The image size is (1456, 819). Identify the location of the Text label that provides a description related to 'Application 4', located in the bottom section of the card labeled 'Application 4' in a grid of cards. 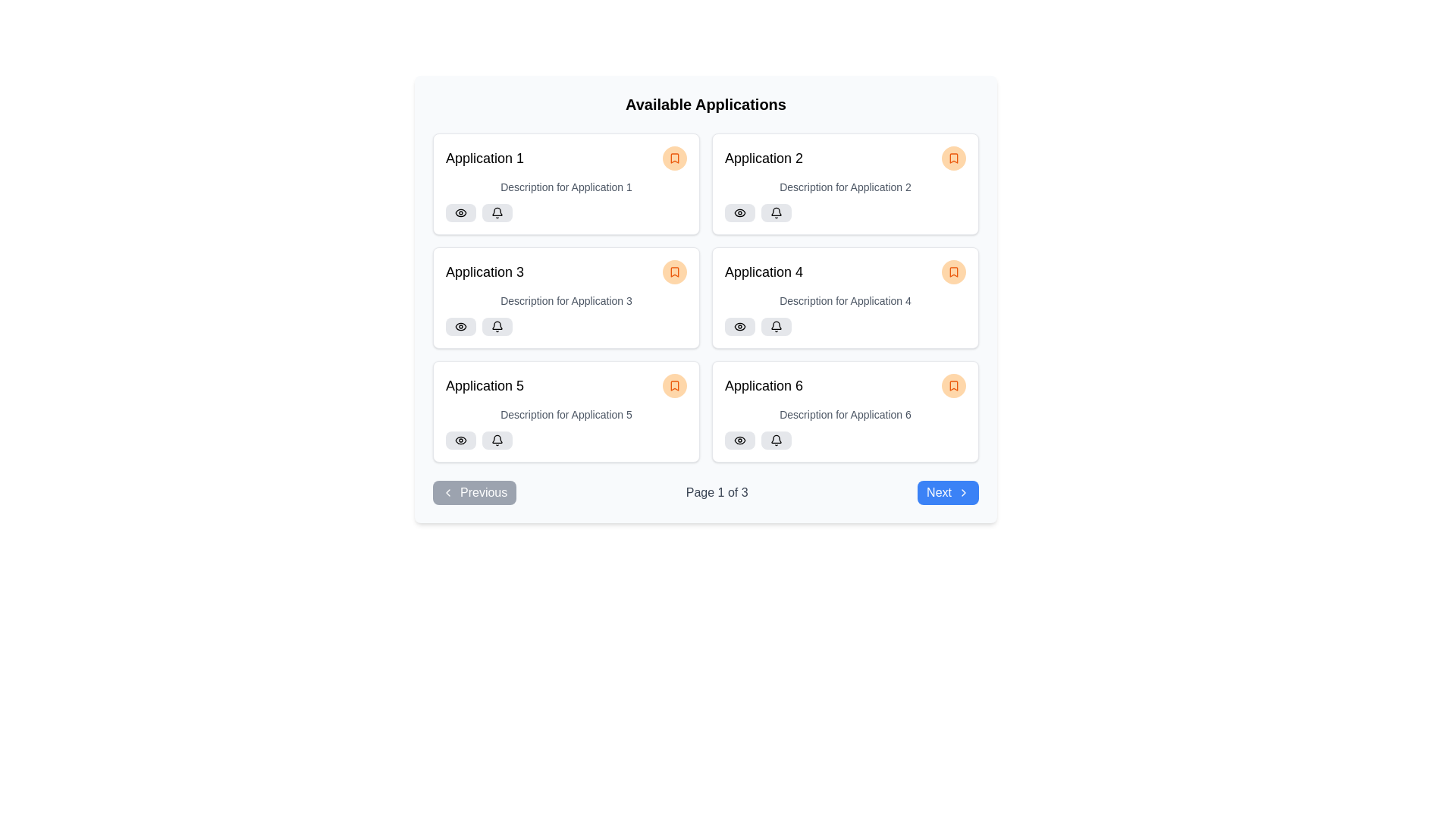
(844, 301).